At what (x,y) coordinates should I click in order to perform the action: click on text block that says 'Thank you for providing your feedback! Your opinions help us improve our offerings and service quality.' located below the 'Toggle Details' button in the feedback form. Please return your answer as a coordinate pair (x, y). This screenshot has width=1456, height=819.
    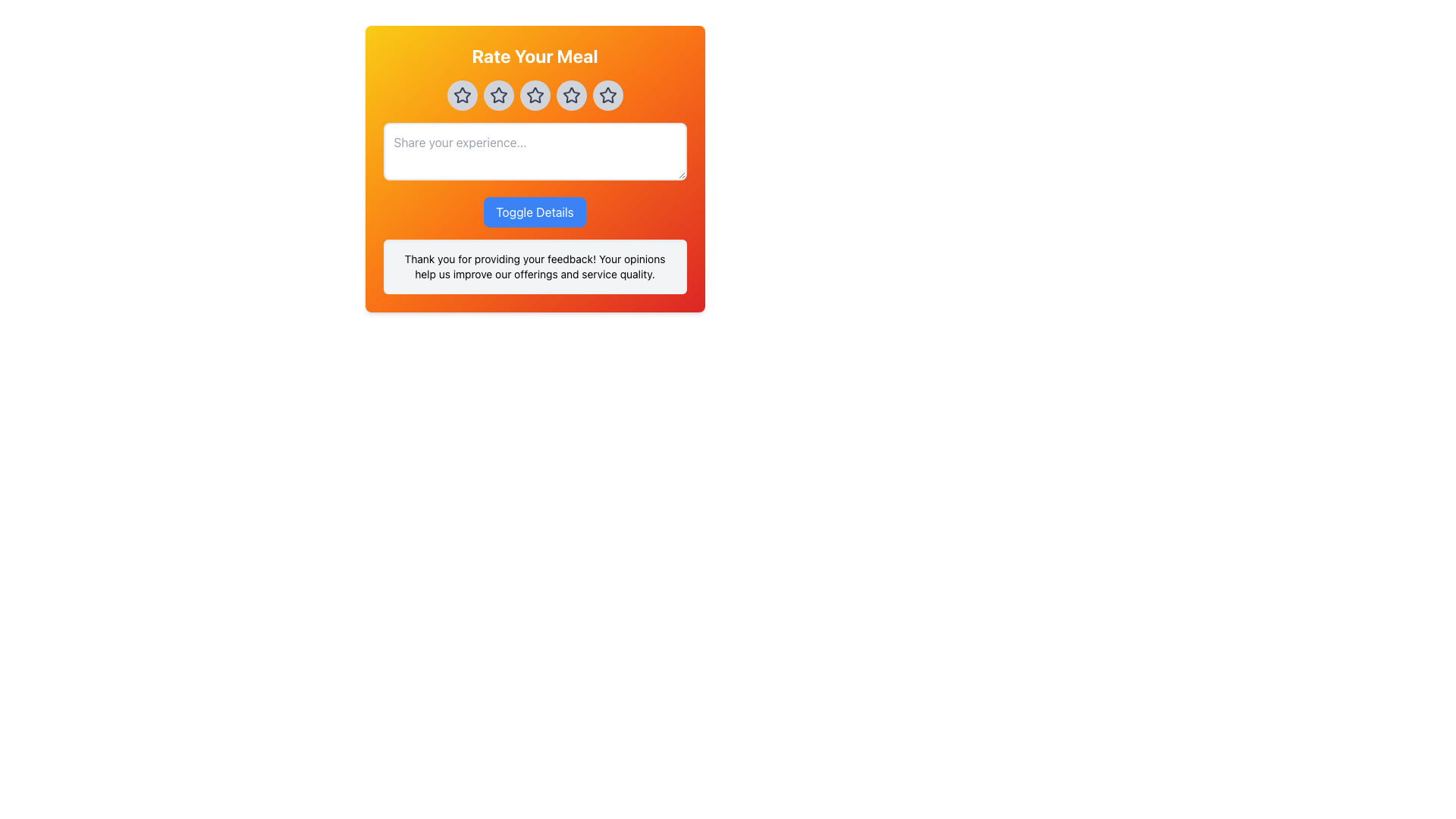
    Looking at the image, I should click on (535, 265).